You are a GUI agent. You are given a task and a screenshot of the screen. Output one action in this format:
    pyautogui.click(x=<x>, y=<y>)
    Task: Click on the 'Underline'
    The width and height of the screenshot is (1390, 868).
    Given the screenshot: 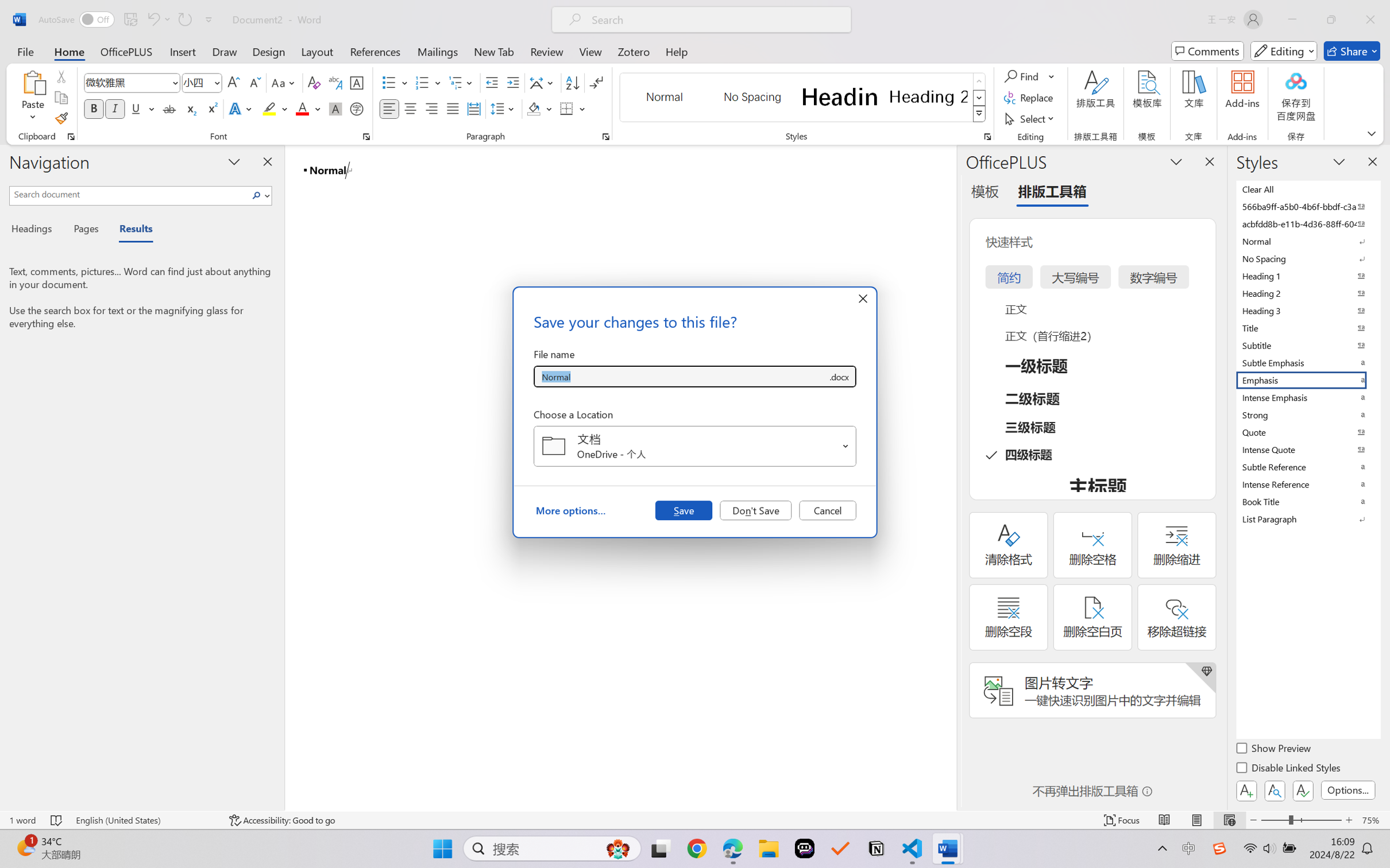 What is the action you would take?
    pyautogui.click(x=142, y=108)
    